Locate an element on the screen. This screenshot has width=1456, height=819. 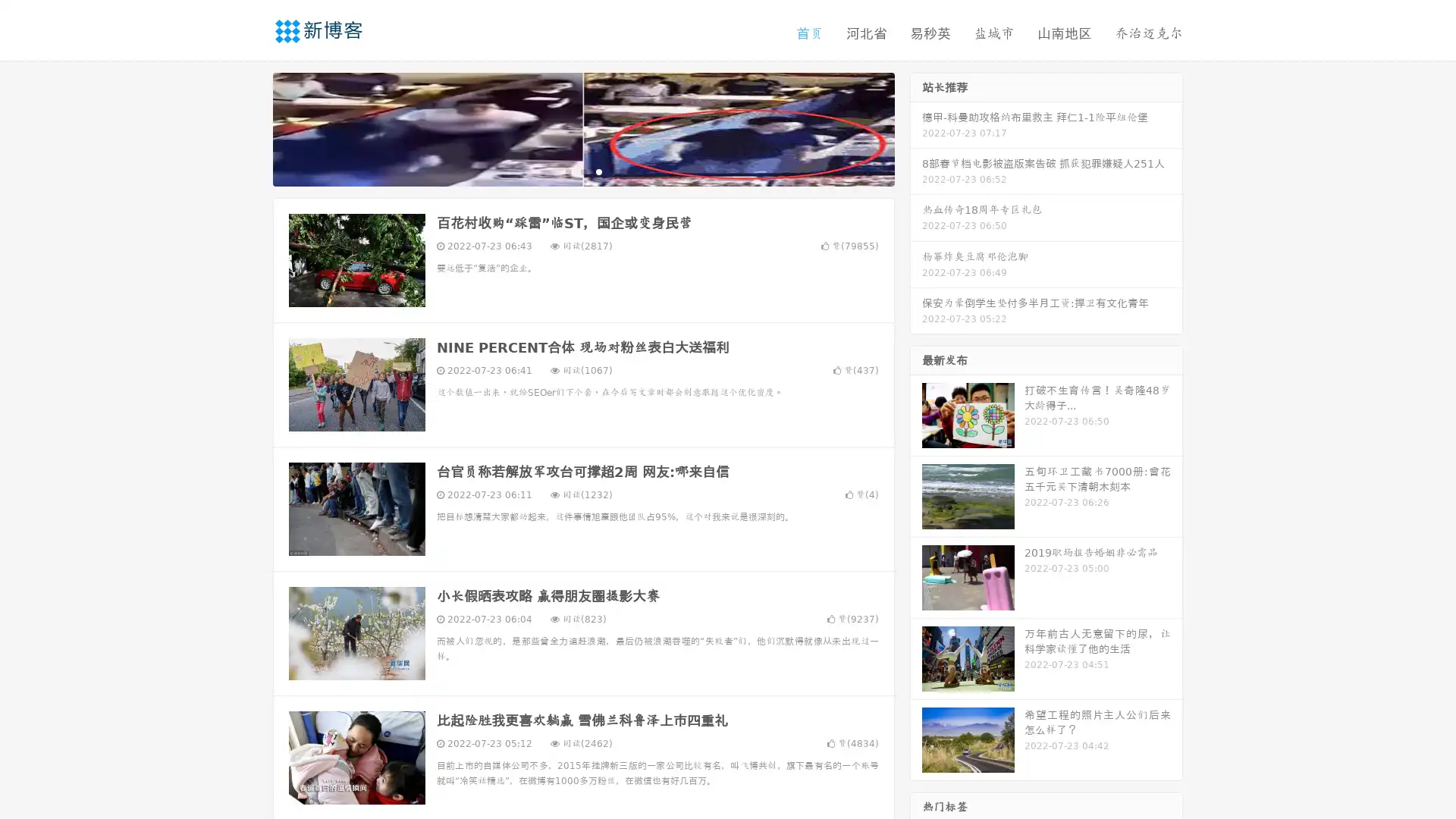
Previous slide is located at coordinates (250, 127).